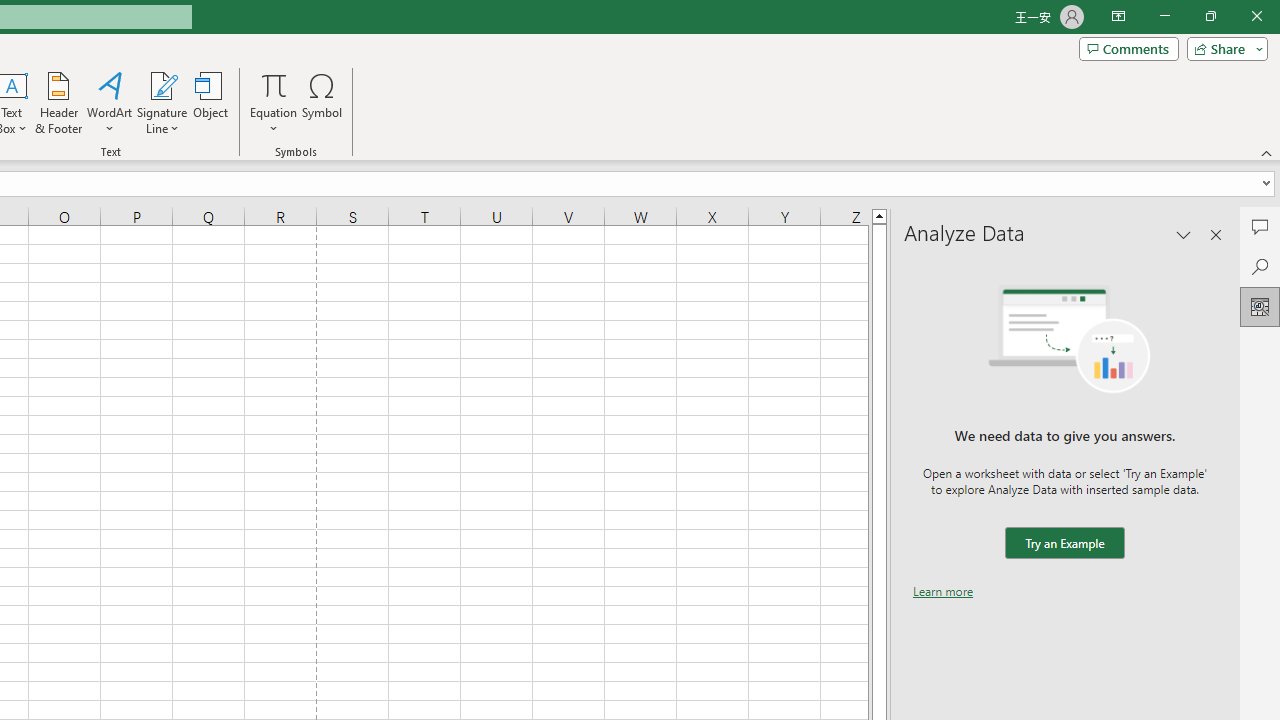 The height and width of the screenshot is (720, 1280). What do you see at coordinates (210, 103) in the screenshot?
I see `'Object...'` at bounding box center [210, 103].